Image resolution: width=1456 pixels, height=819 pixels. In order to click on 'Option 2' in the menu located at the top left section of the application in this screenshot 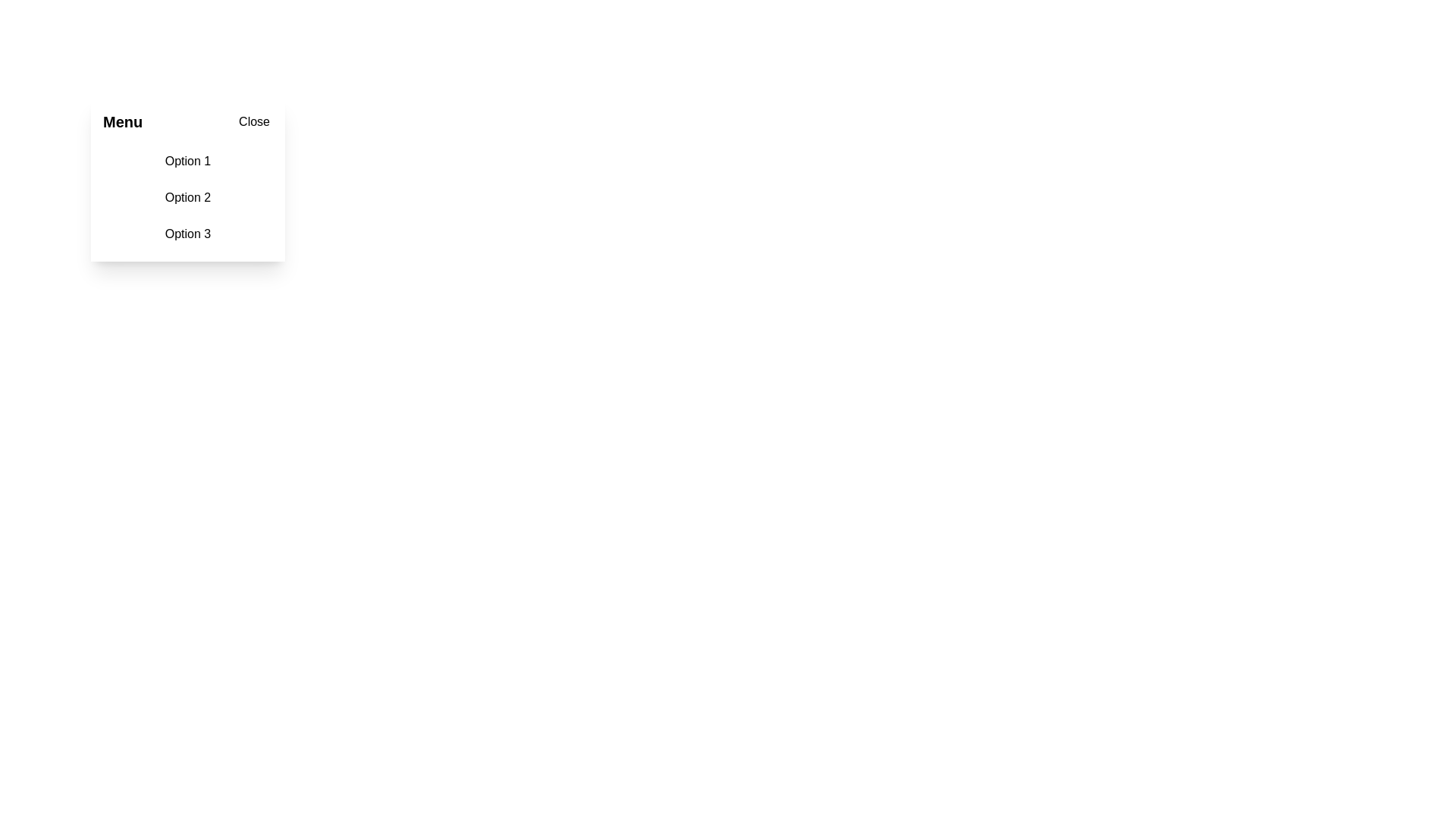, I will do `click(187, 197)`.